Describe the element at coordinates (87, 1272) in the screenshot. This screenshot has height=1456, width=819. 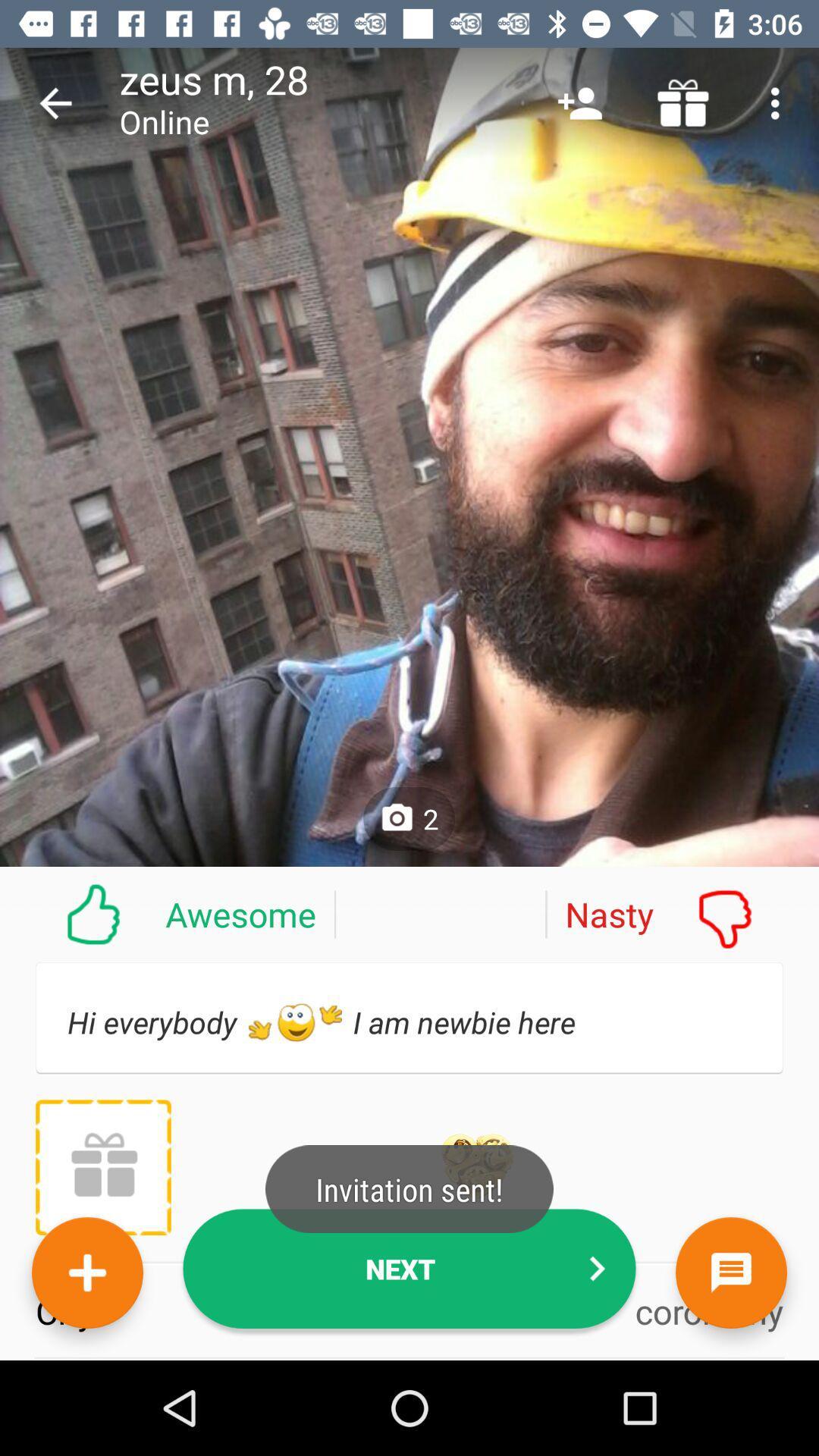
I see `the add icon` at that location.